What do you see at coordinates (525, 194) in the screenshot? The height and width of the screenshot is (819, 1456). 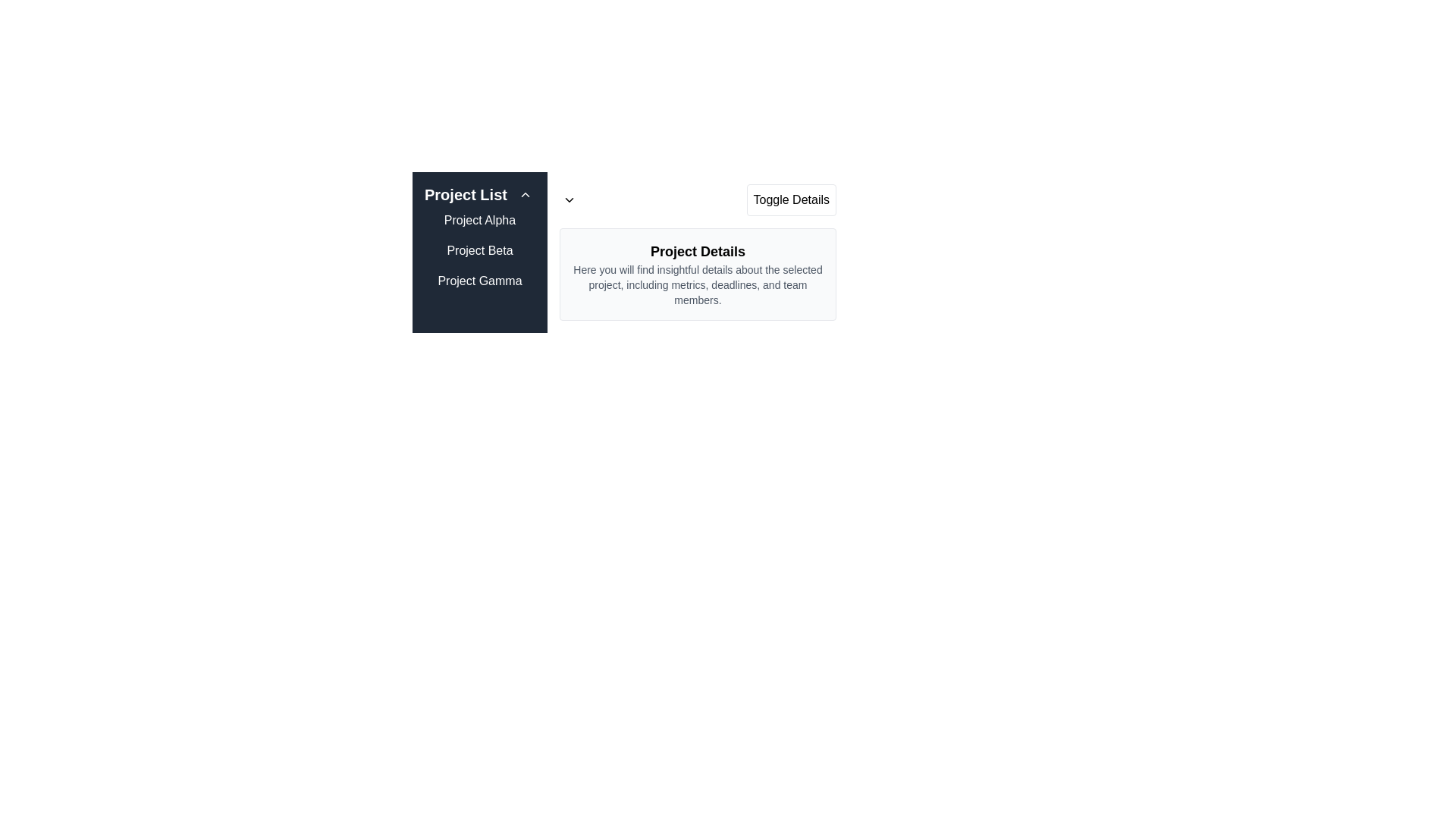 I see `the Chevron Up icon located in the top-right corner of the dark panel titled 'Project List'` at bounding box center [525, 194].